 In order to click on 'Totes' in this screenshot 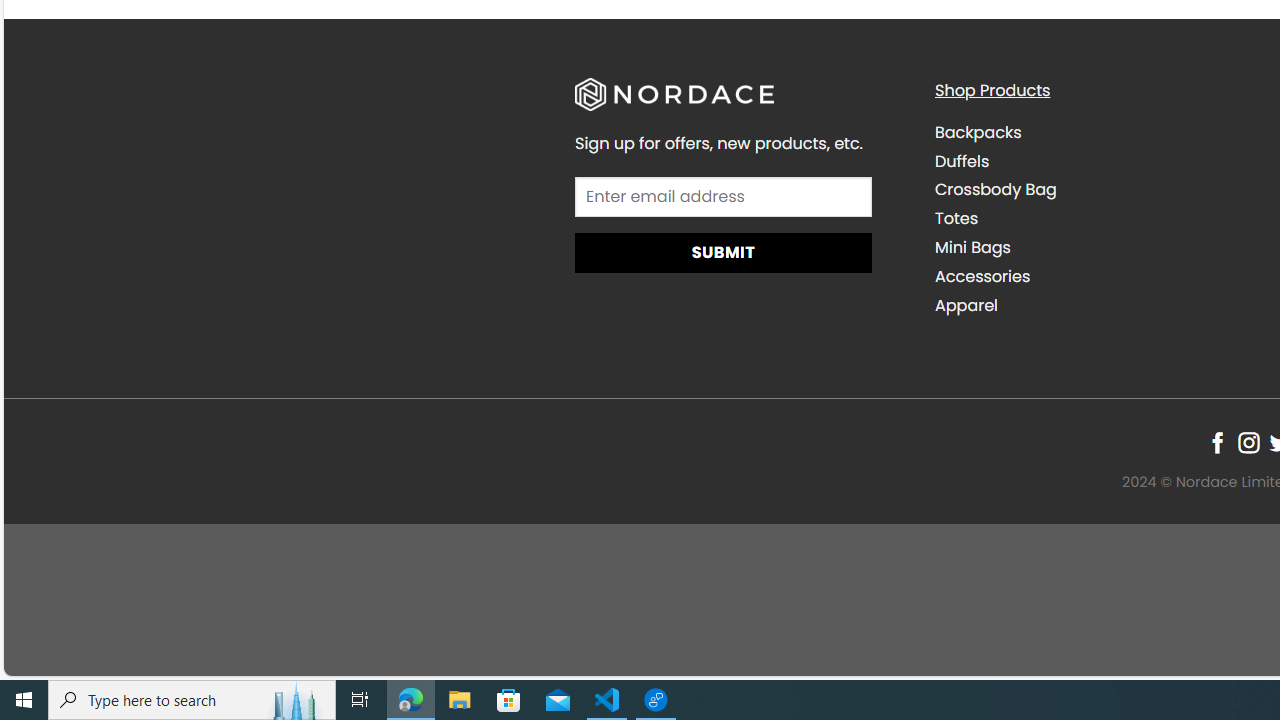, I will do `click(1098, 218)`.